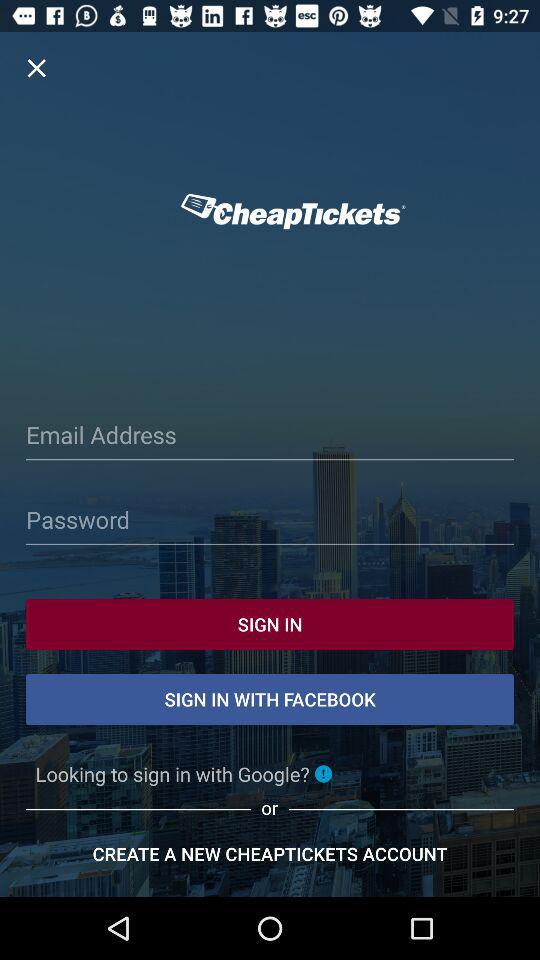  I want to click on the text which is just below sign in with facebook, so click(183, 773).